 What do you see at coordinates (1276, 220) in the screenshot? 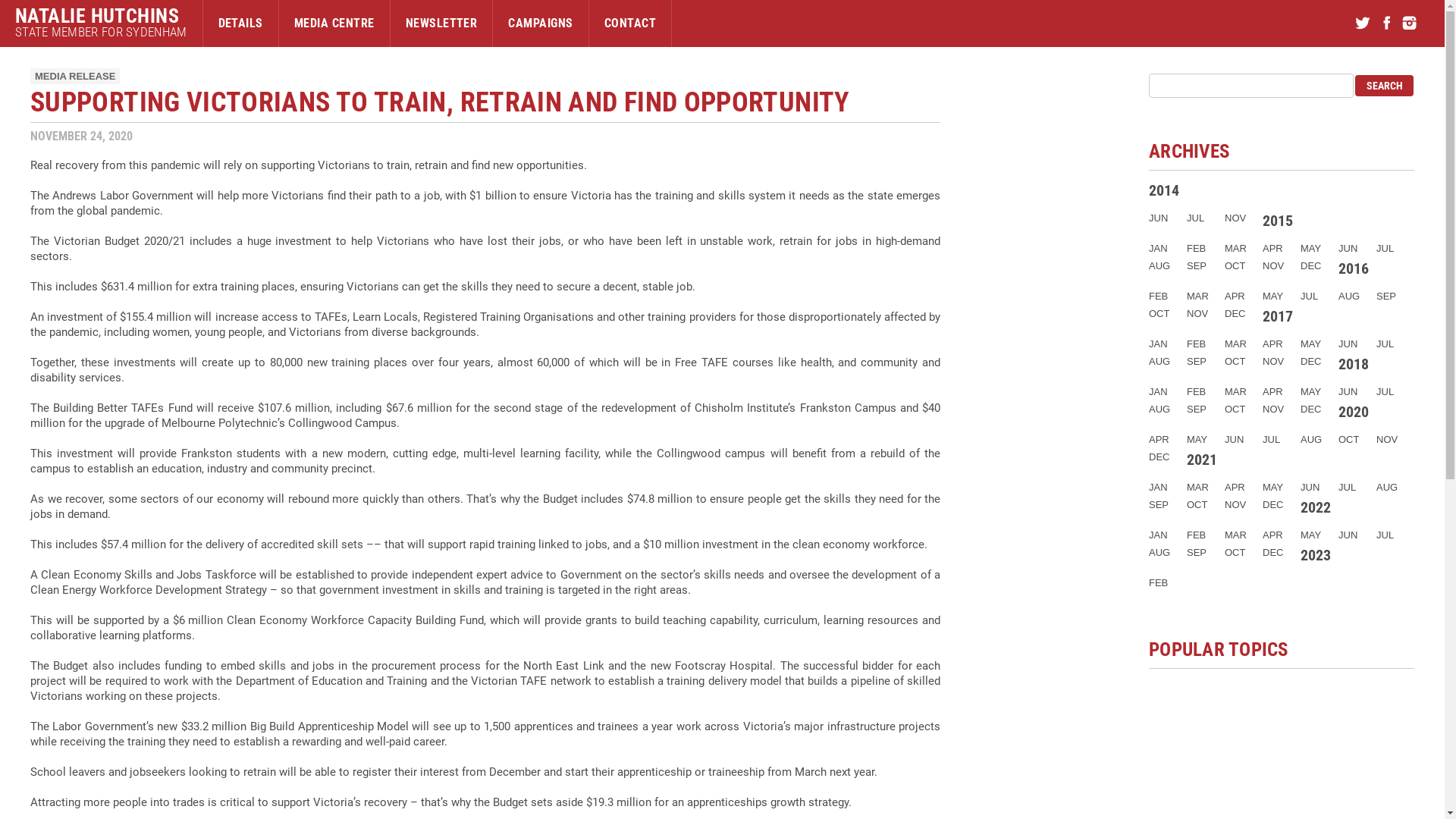
I see `'2015'` at bounding box center [1276, 220].